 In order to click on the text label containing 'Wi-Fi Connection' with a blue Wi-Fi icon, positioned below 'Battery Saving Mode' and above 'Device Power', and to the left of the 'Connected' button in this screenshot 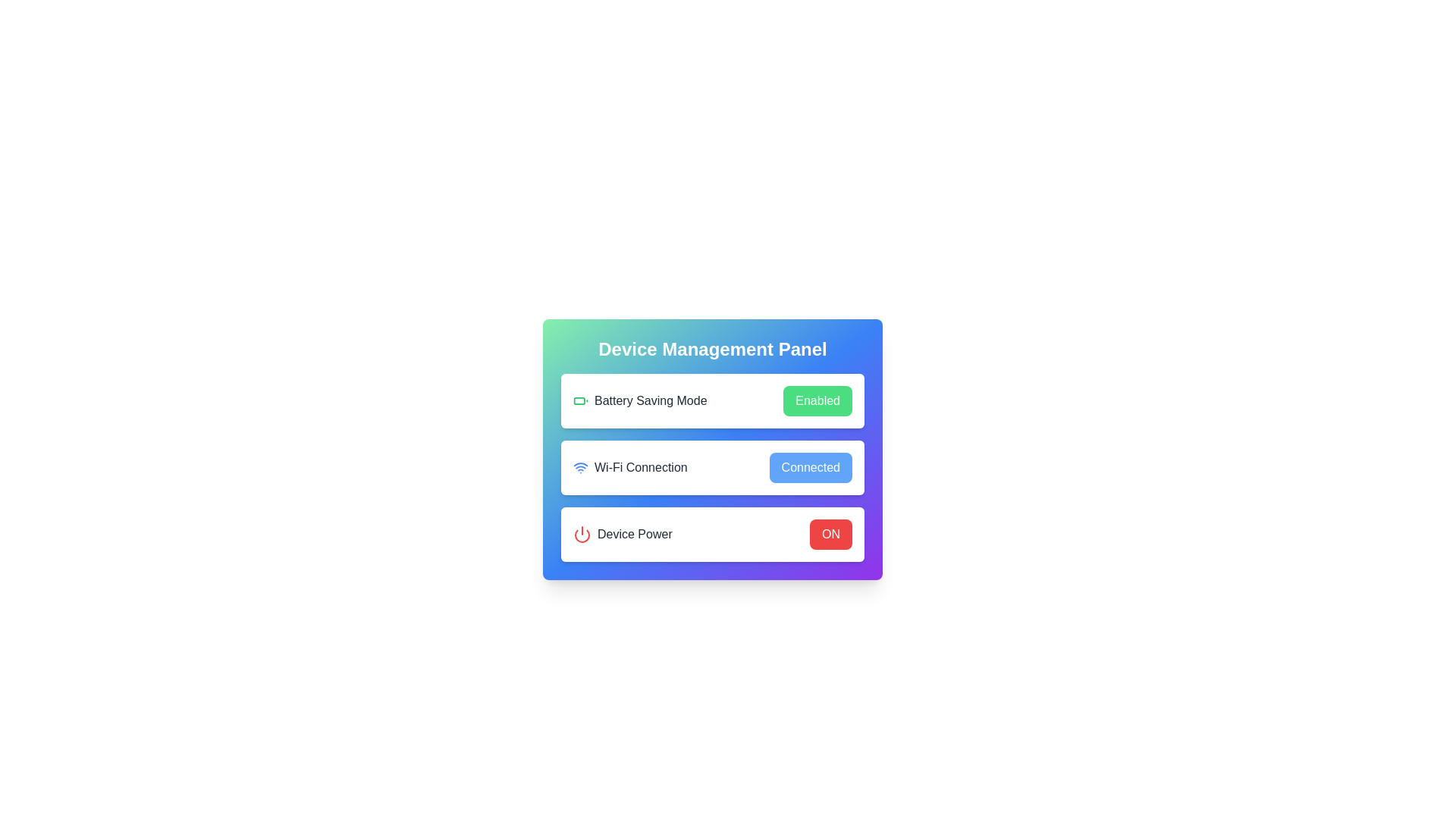, I will do `click(630, 467)`.